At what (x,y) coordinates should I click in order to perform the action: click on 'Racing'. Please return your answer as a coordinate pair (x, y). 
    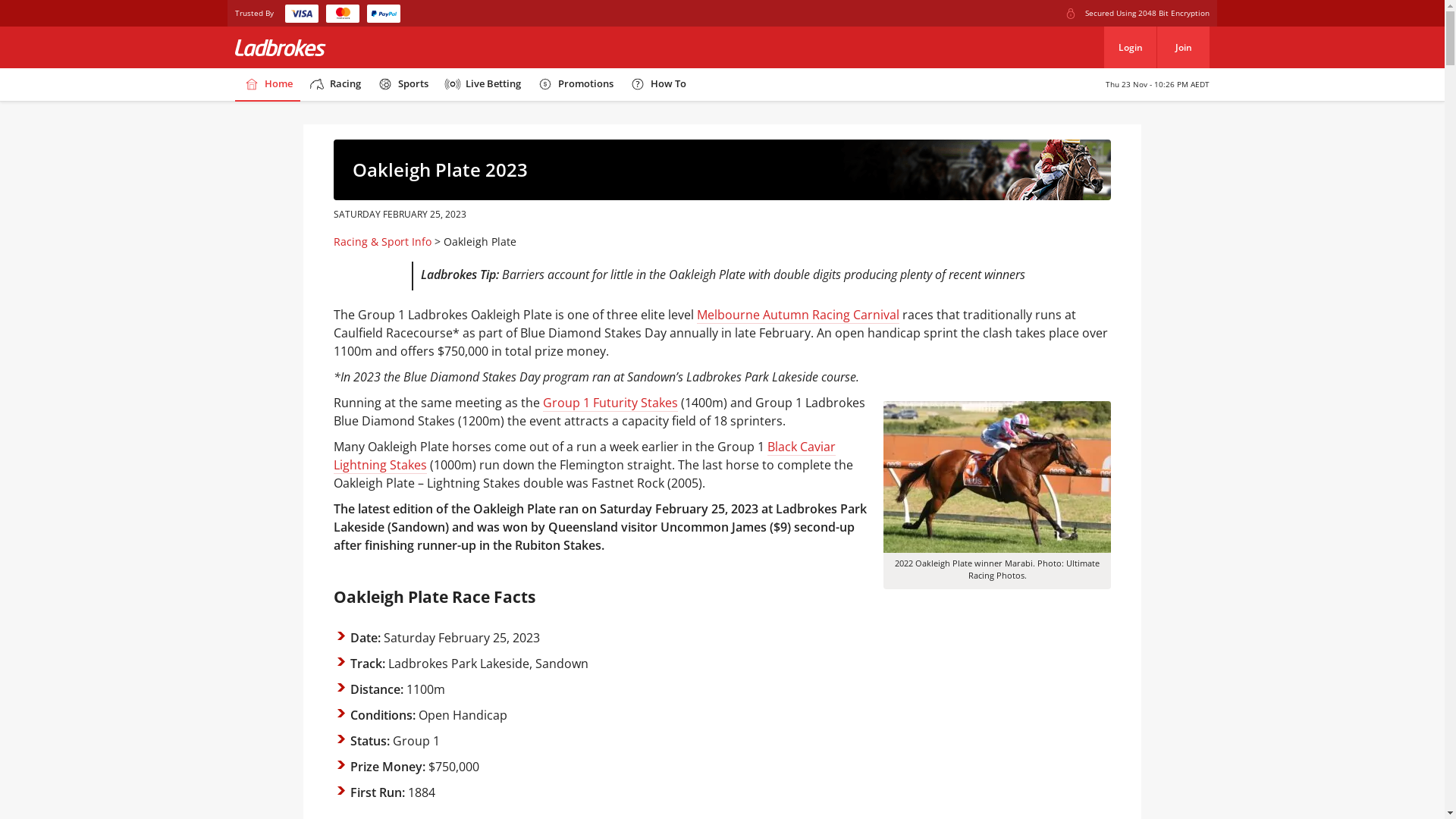
    Looking at the image, I should click on (334, 84).